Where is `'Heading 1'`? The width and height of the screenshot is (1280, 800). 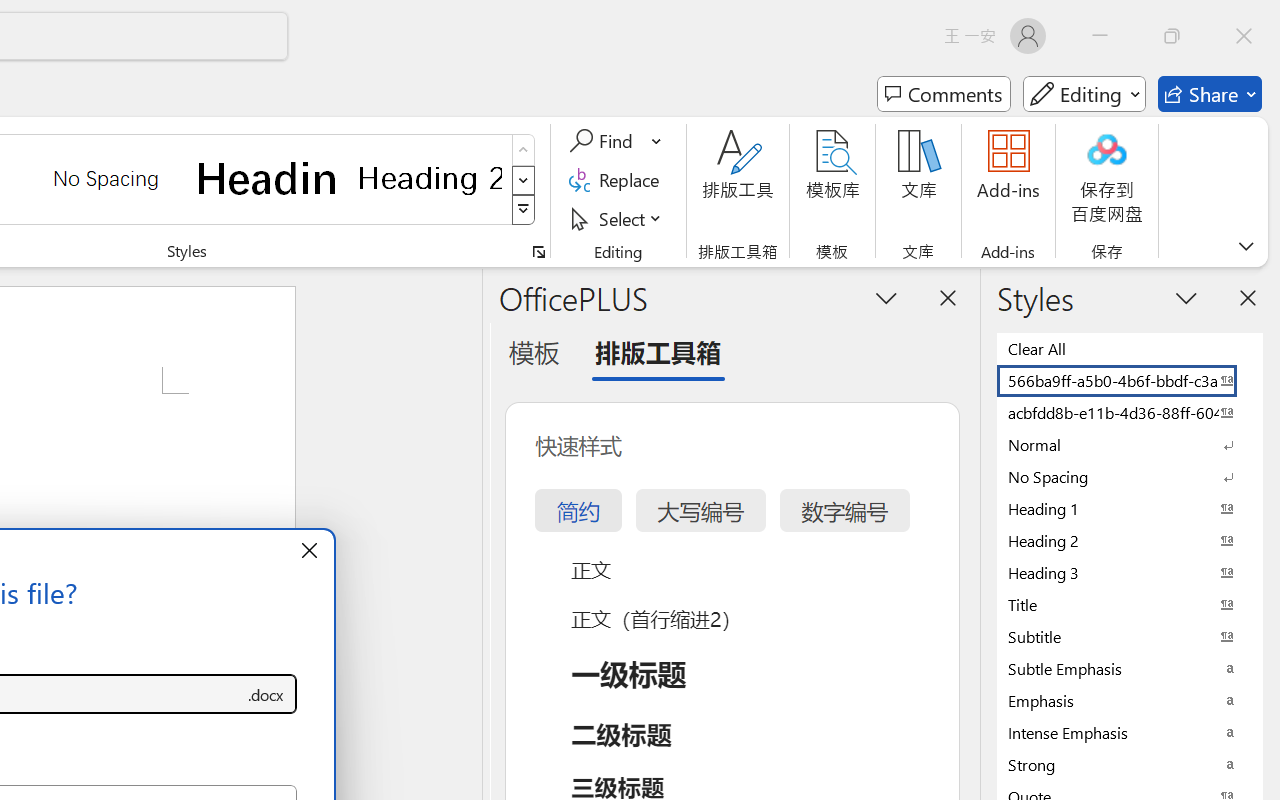
'Heading 1' is located at coordinates (267, 177).